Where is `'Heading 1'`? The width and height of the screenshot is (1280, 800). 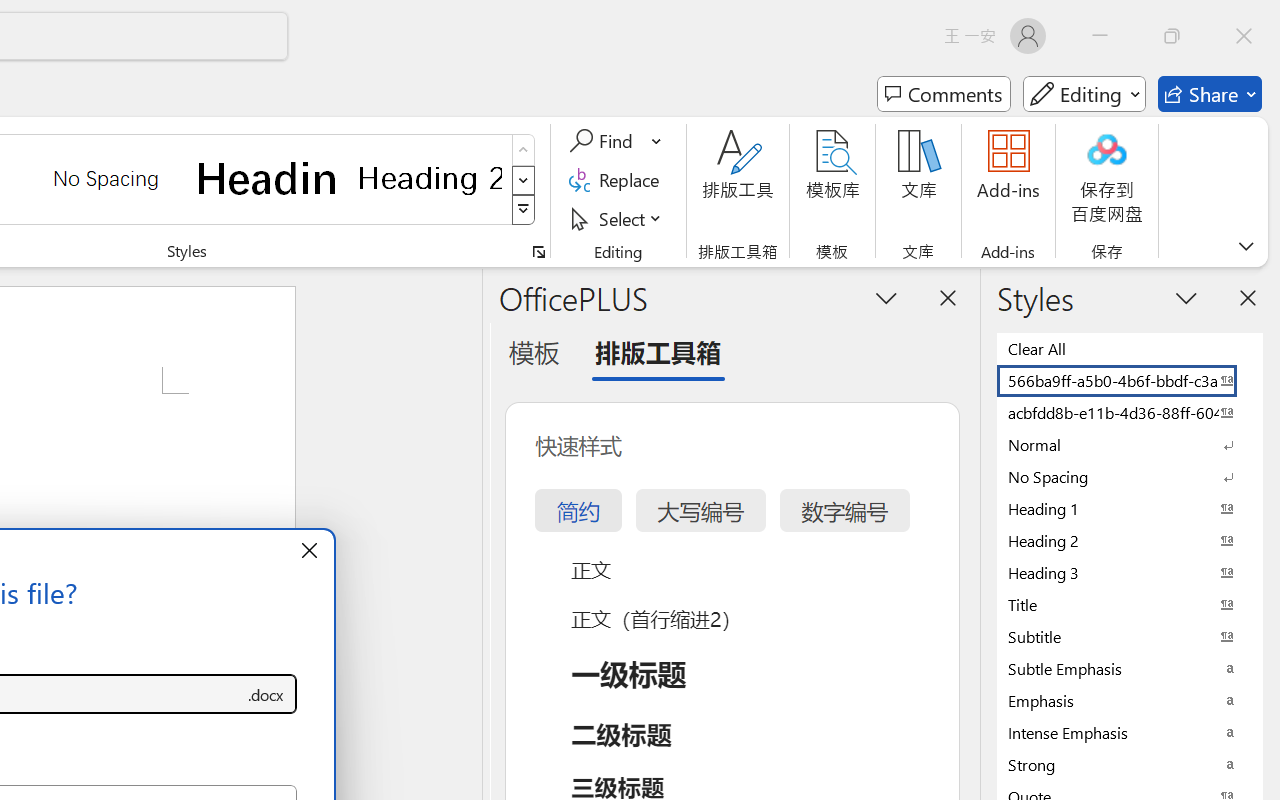
'Heading 1' is located at coordinates (267, 177).